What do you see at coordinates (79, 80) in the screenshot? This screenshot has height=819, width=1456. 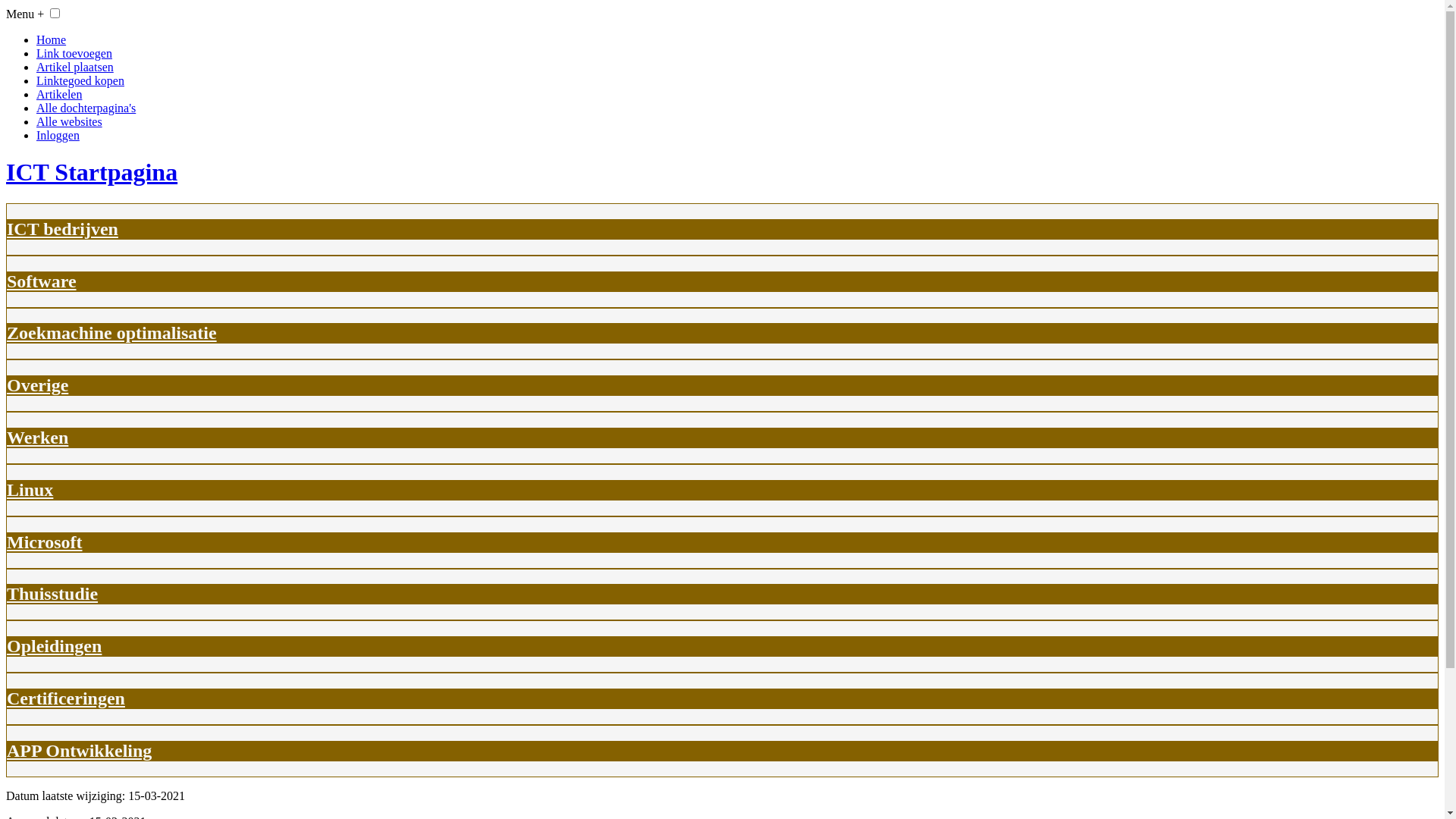 I see `'Linktegoed kopen'` at bounding box center [79, 80].